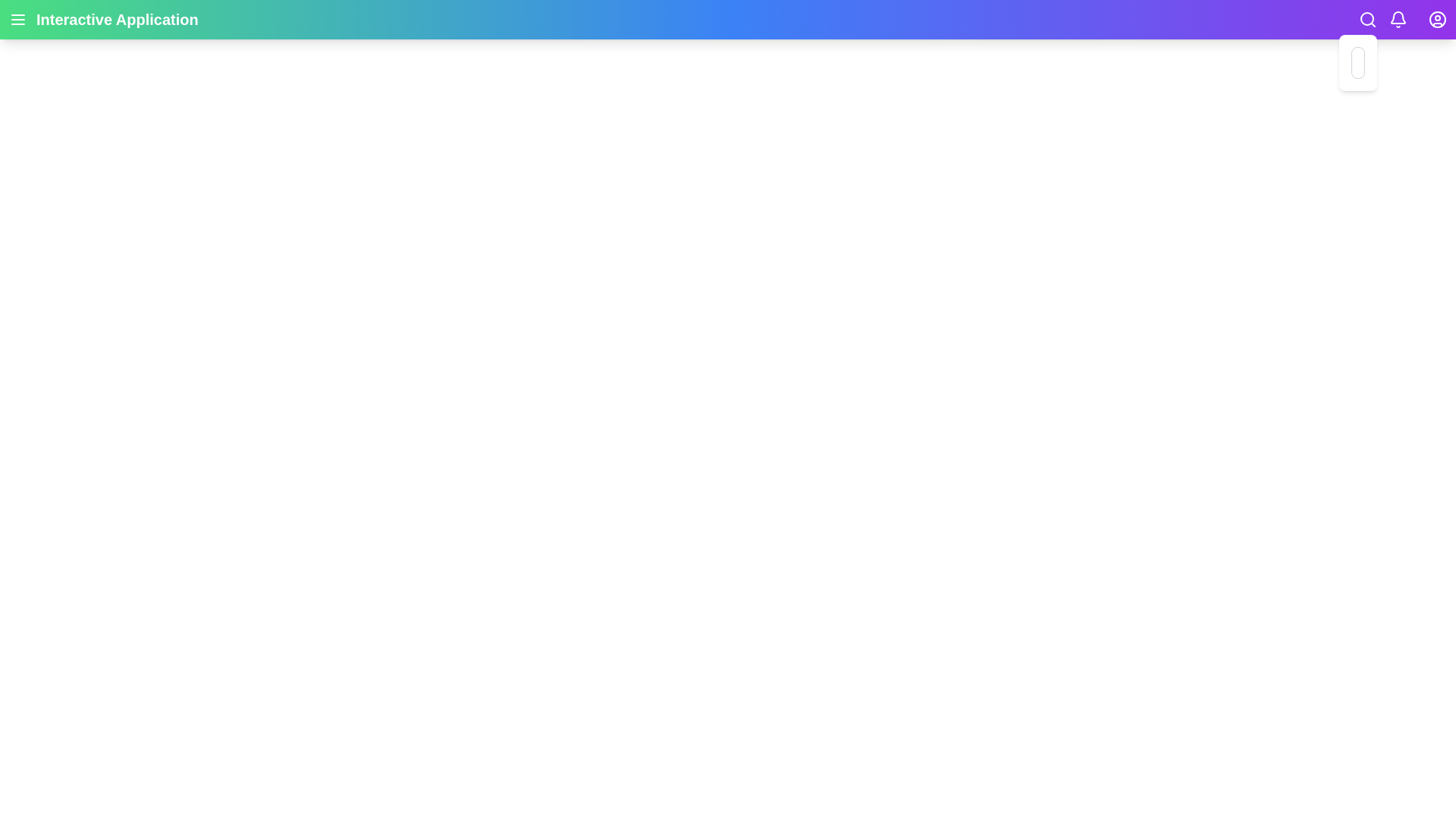 The image size is (1456, 819). Describe the element at coordinates (1368, 20) in the screenshot. I see `the search icon to open the search input field` at that location.